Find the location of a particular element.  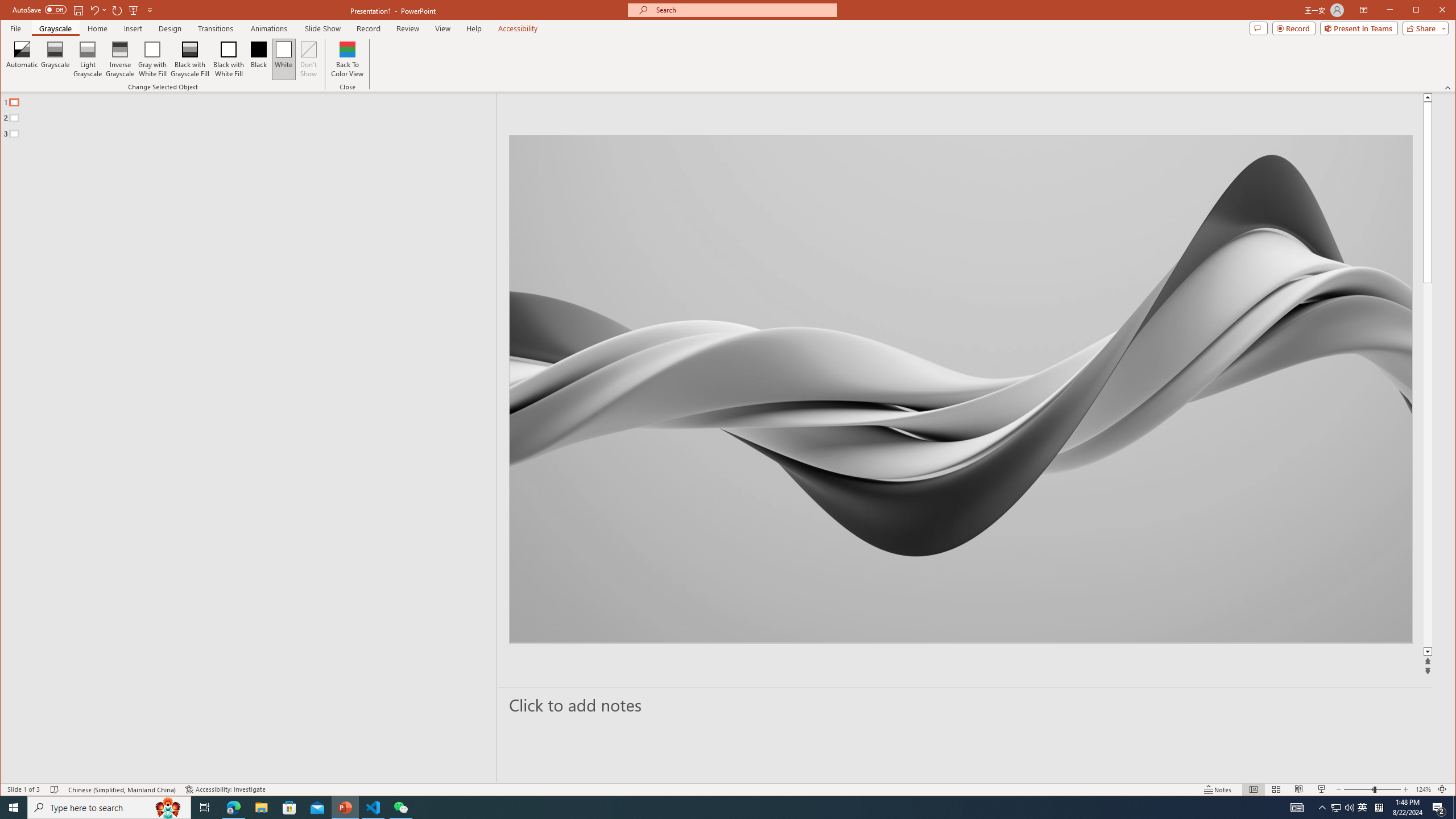

'Back To Color View' is located at coordinates (348, 59).